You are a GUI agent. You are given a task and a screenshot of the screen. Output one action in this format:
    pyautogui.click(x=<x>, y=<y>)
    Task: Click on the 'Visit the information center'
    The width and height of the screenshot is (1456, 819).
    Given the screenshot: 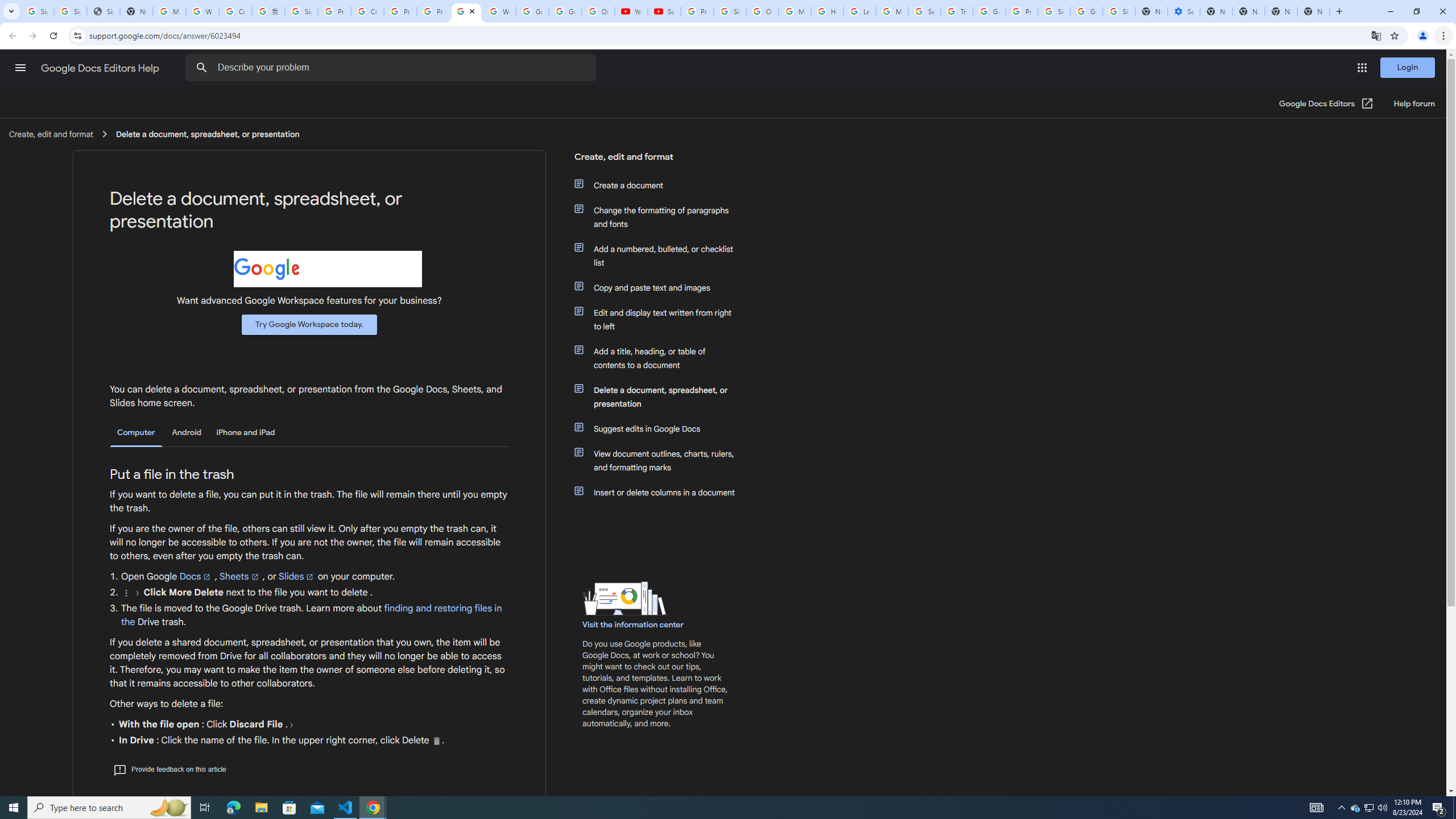 What is the action you would take?
    pyautogui.click(x=632, y=624)
    